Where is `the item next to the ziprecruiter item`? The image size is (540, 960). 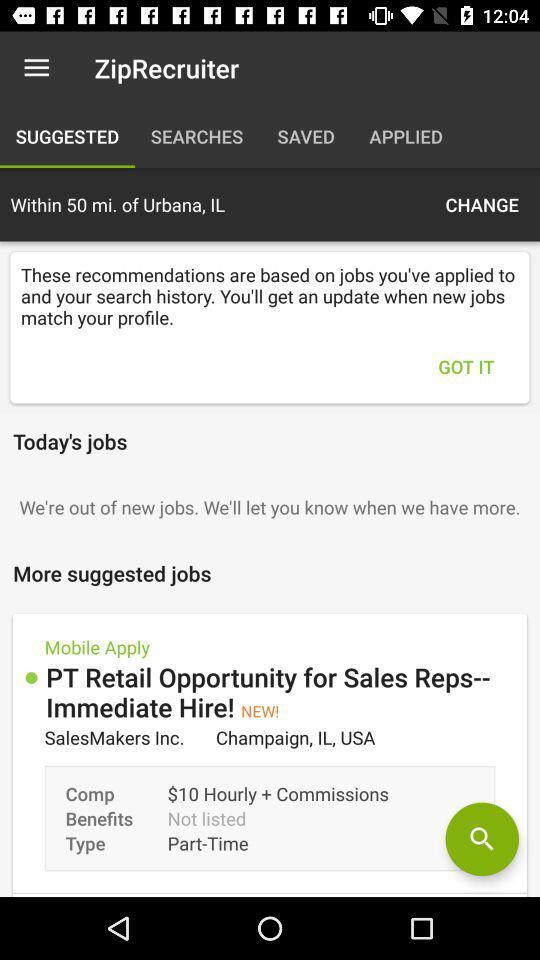 the item next to the ziprecruiter item is located at coordinates (36, 68).